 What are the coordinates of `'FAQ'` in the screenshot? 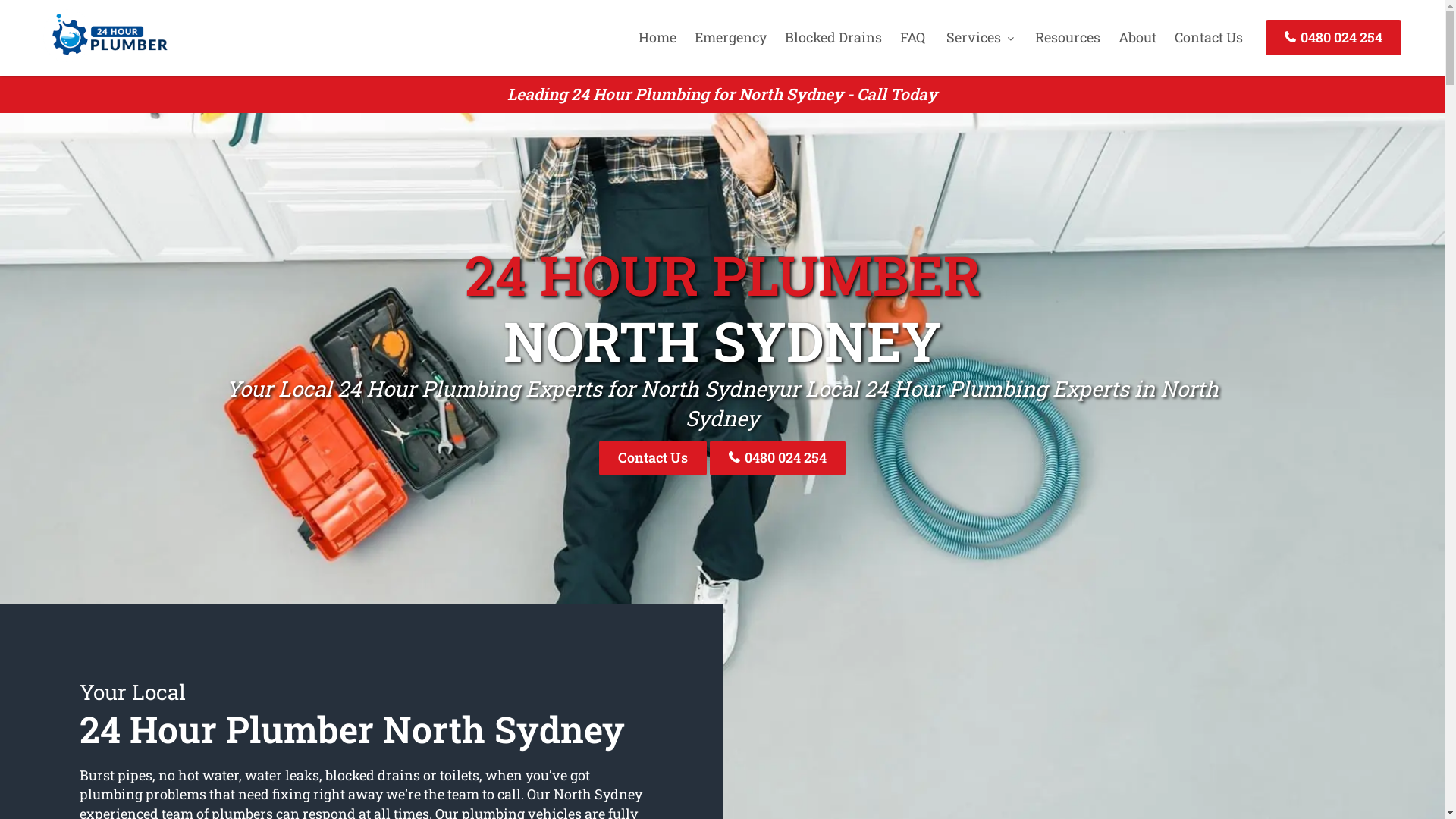 It's located at (912, 36).